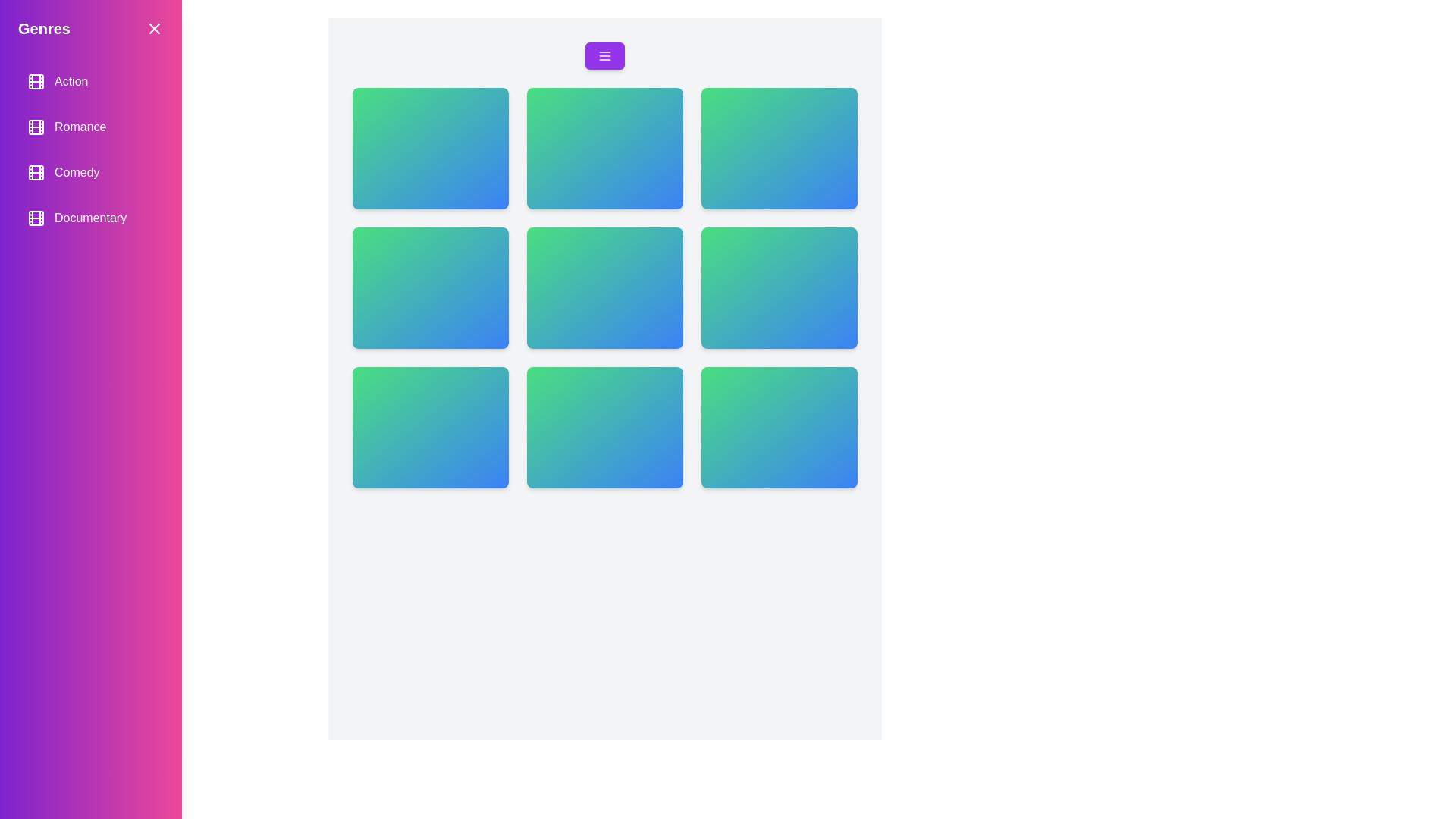 This screenshot has height=819, width=1456. I want to click on the genre item labeled Romance, so click(90, 127).